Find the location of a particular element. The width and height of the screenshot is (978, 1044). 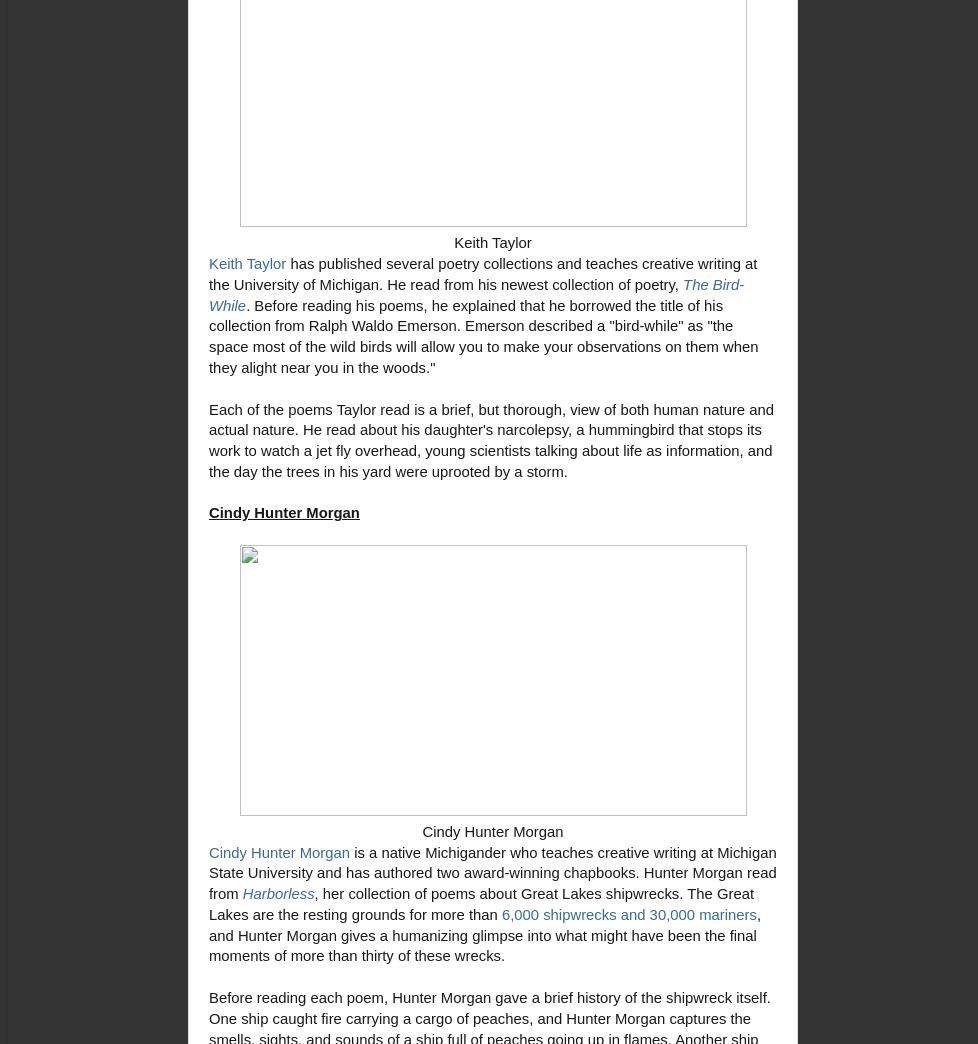

'Each of the poems Taylor read is a brief, but thorough, view of' is located at coordinates (208, 408).